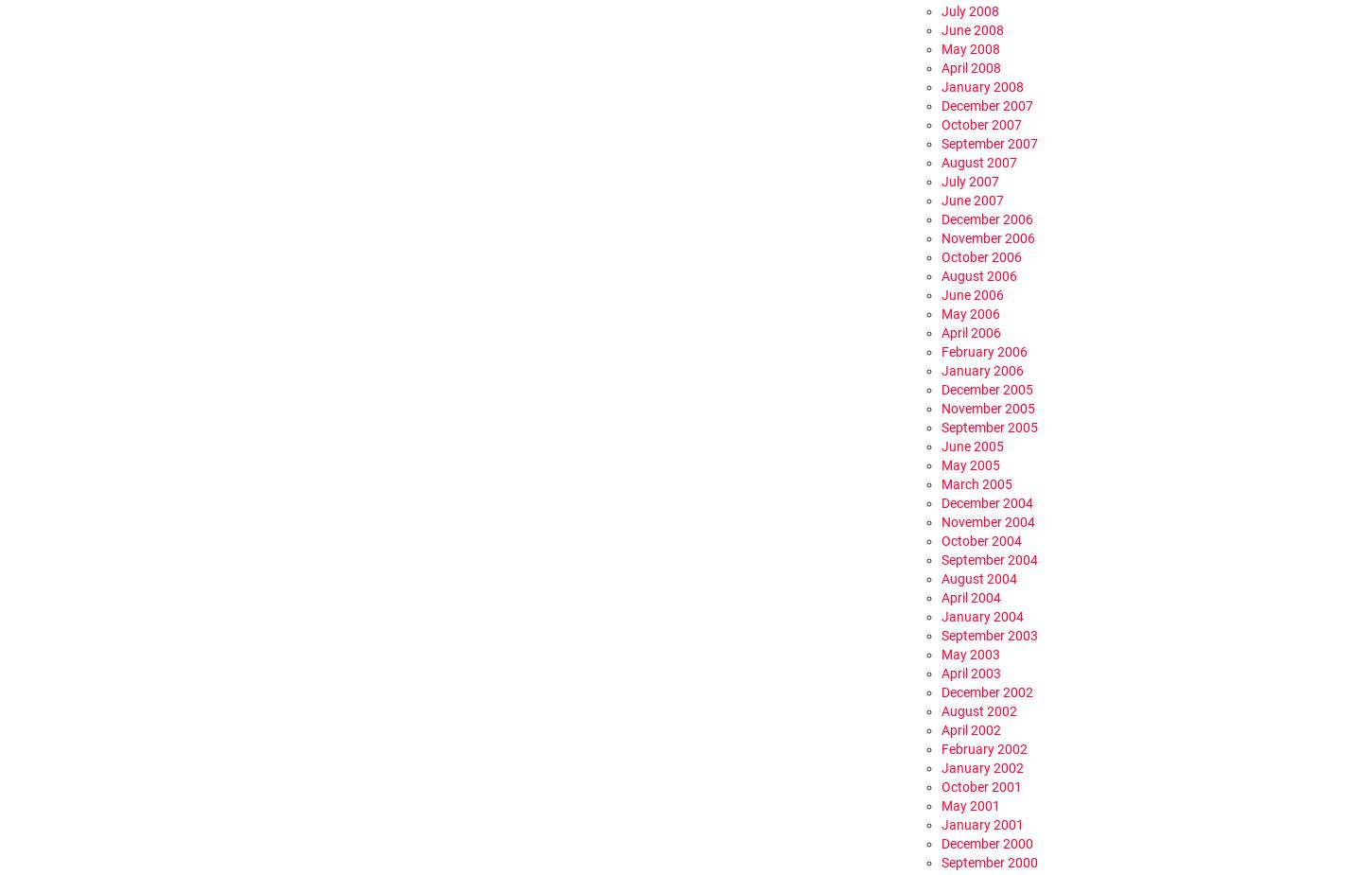 This screenshot has height=875, width=1372. I want to click on 'April 2002', so click(971, 728).